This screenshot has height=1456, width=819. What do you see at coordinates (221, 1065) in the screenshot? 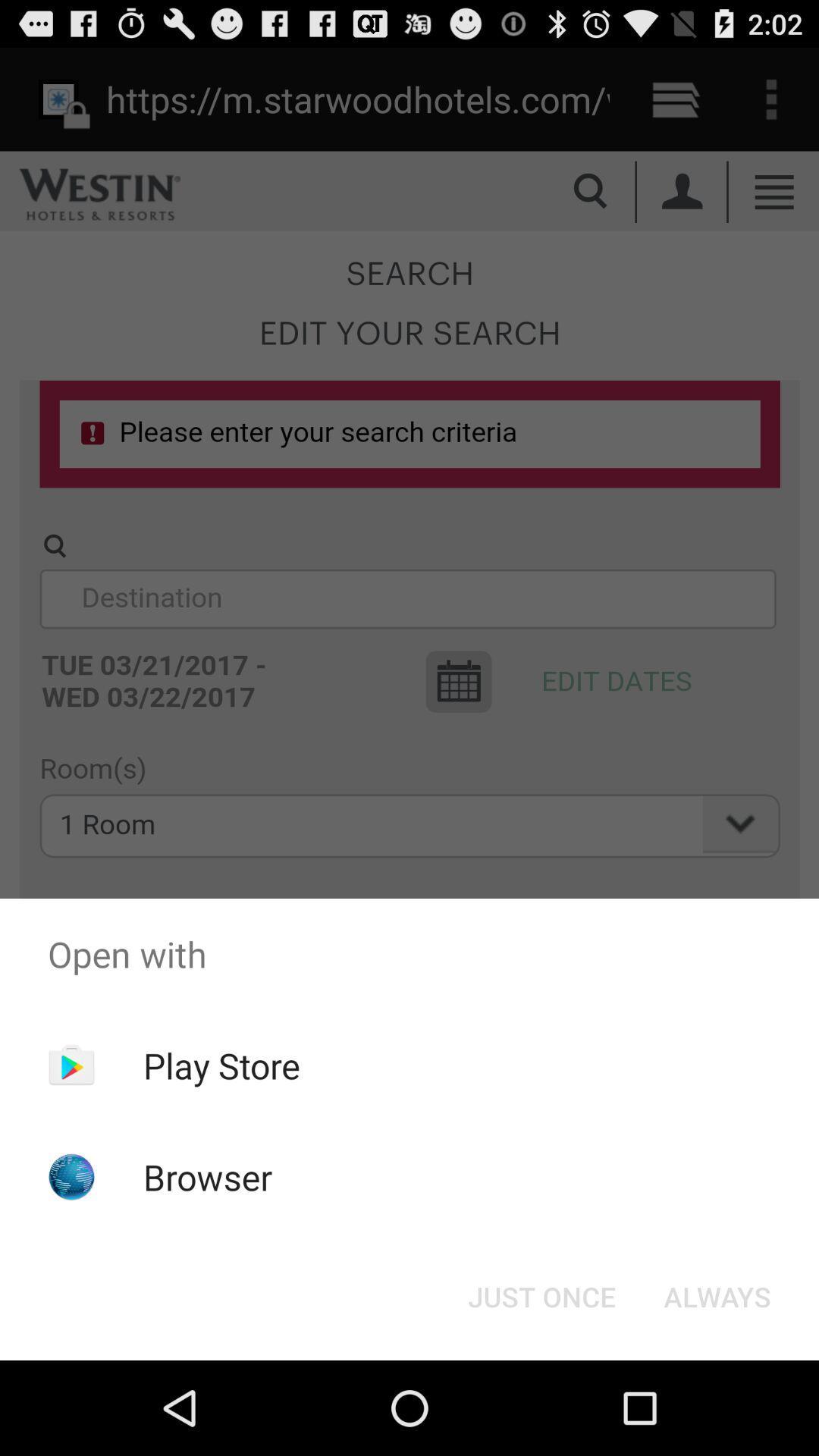
I see `the play store` at bounding box center [221, 1065].